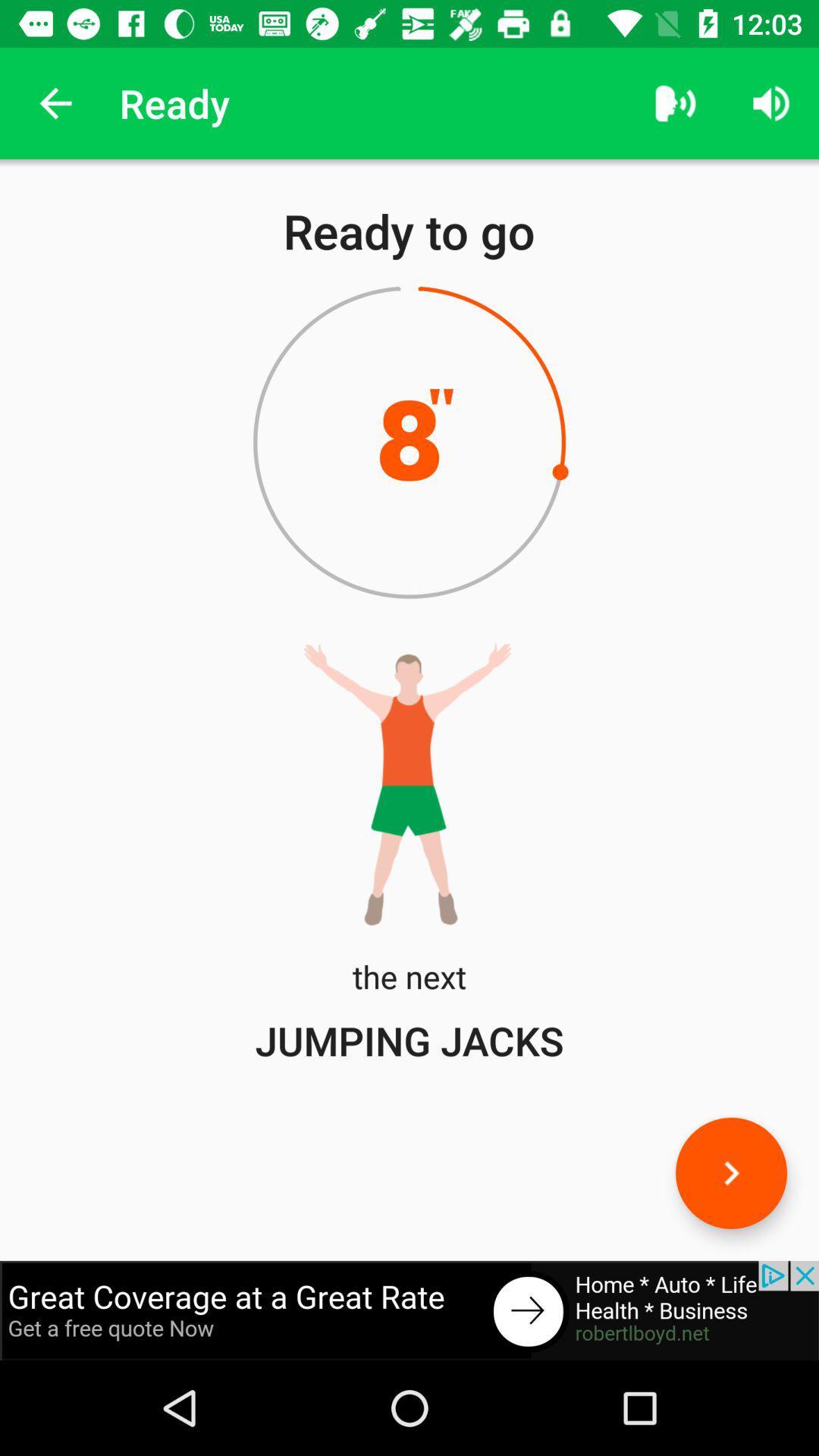 This screenshot has width=819, height=1456. Describe the element at coordinates (730, 1172) in the screenshot. I see `next option` at that location.